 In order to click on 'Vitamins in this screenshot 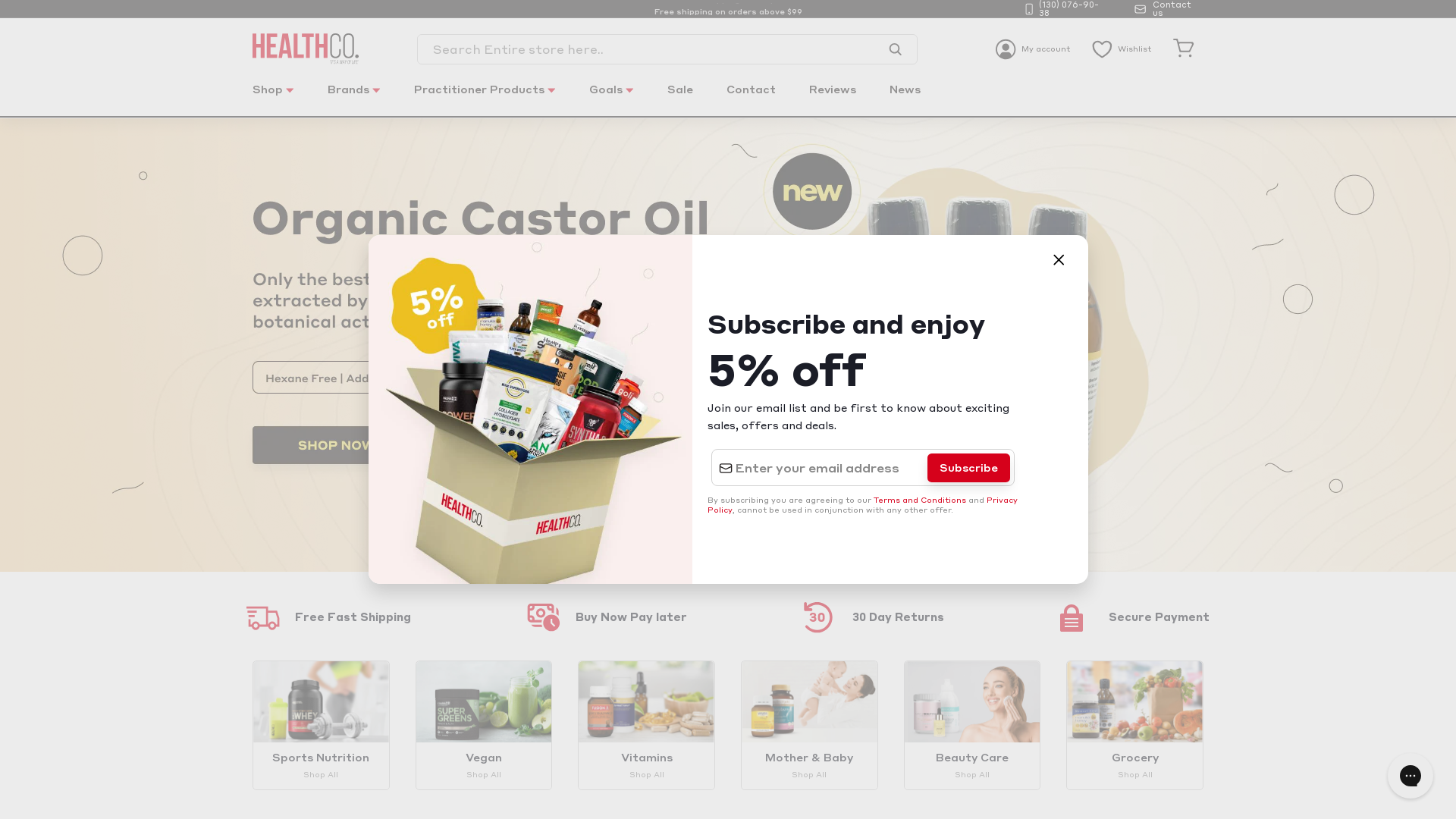, I will do `click(646, 724)`.